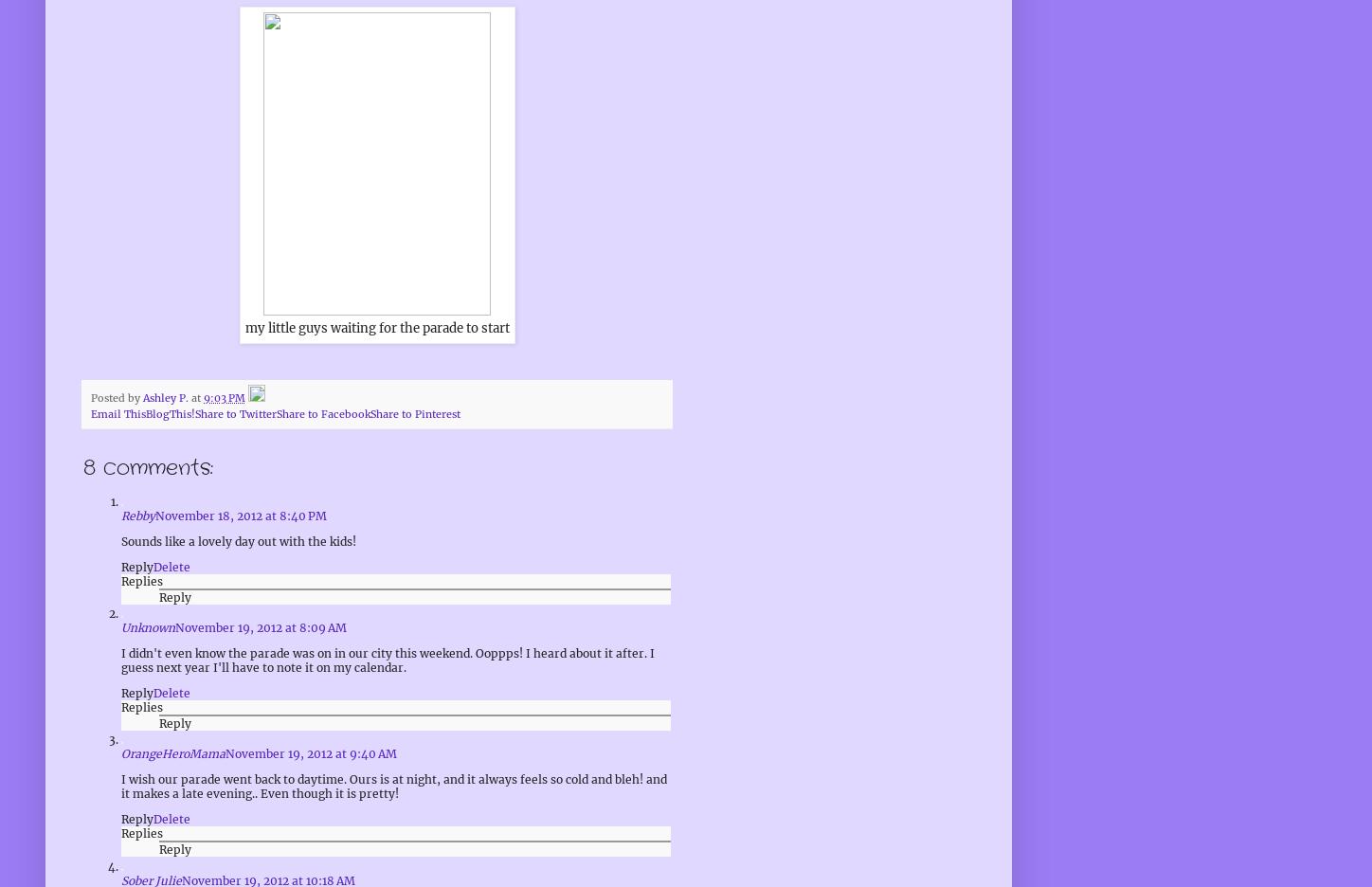 The width and height of the screenshot is (1372, 887). I want to click on 'Posted by', so click(90, 396).